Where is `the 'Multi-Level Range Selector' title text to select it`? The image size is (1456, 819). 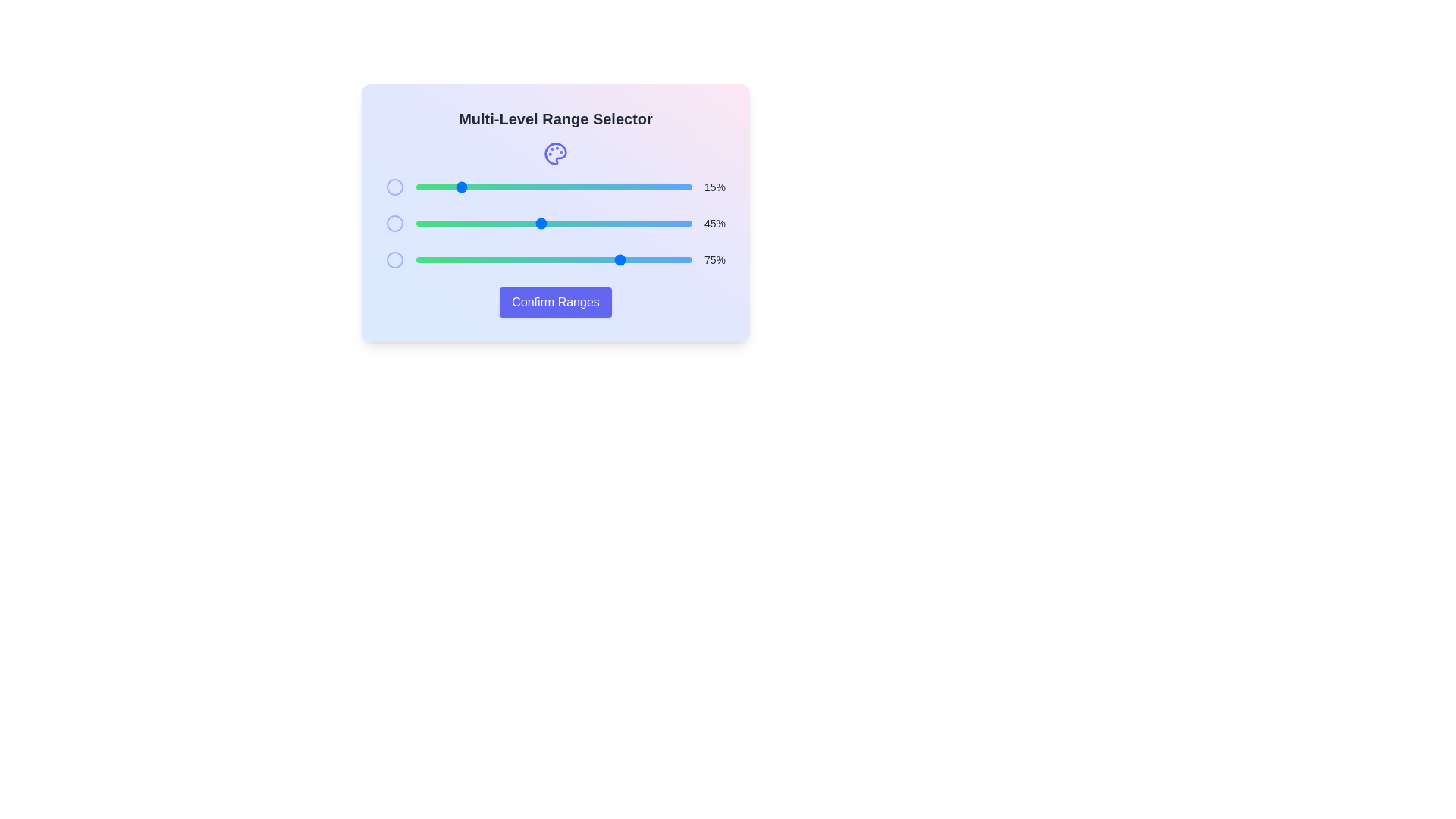
the 'Multi-Level Range Selector' title text to select it is located at coordinates (555, 118).